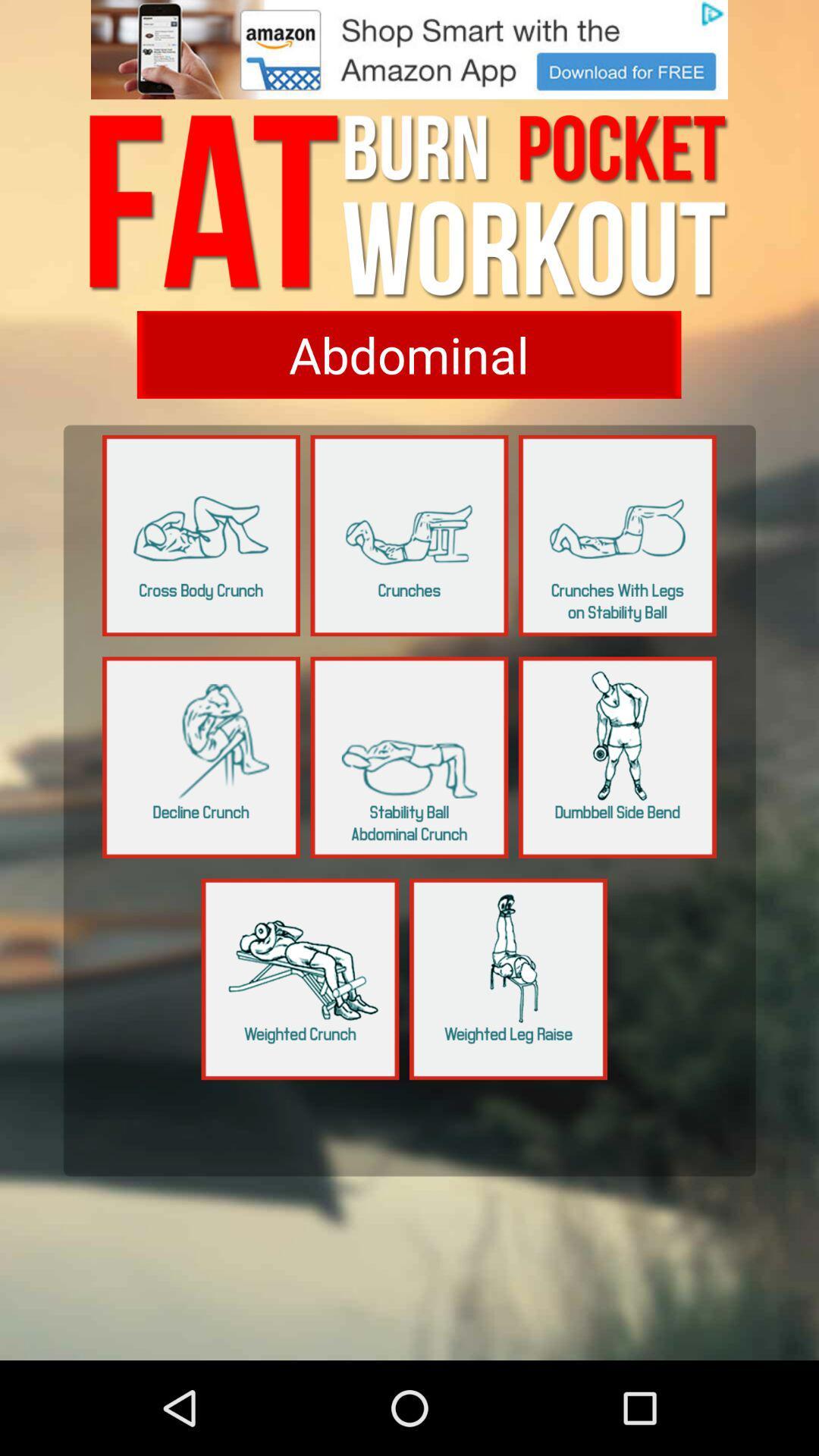 This screenshot has width=819, height=1456. Describe the element at coordinates (200, 757) in the screenshot. I see `choose your choice` at that location.